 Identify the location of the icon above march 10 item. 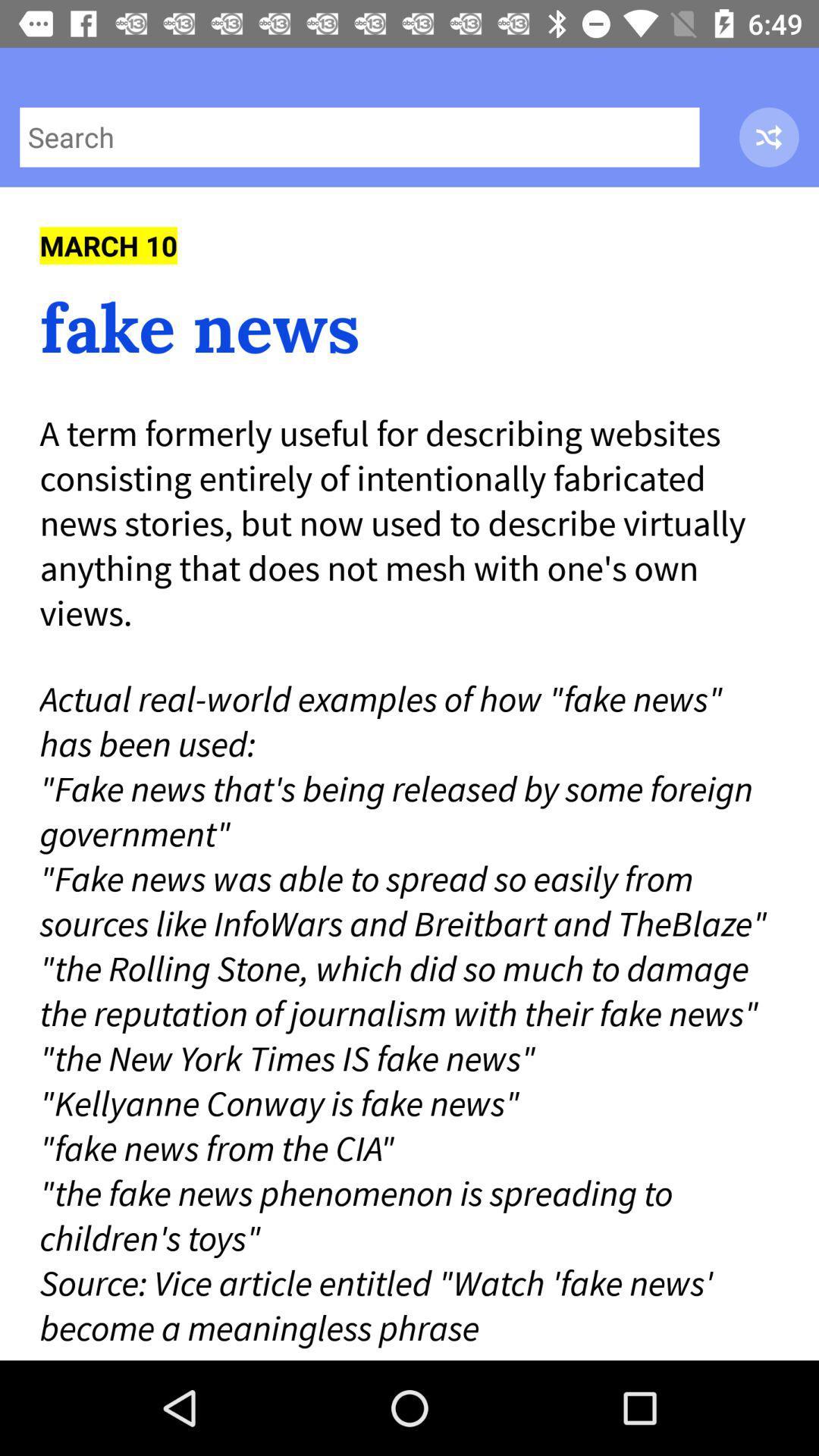
(359, 137).